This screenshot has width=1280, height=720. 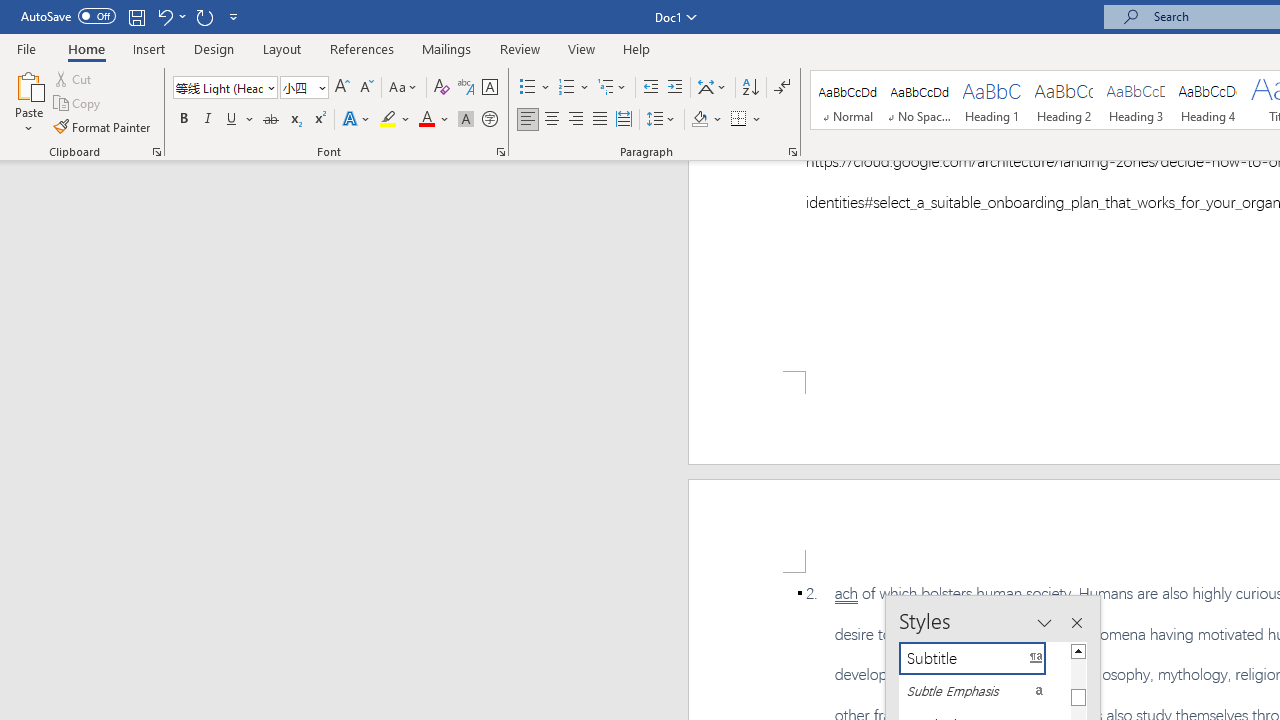 What do you see at coordinates (403, 86) in the screenshot?
I see `'Change Case'` at bounding box center [403, 86].